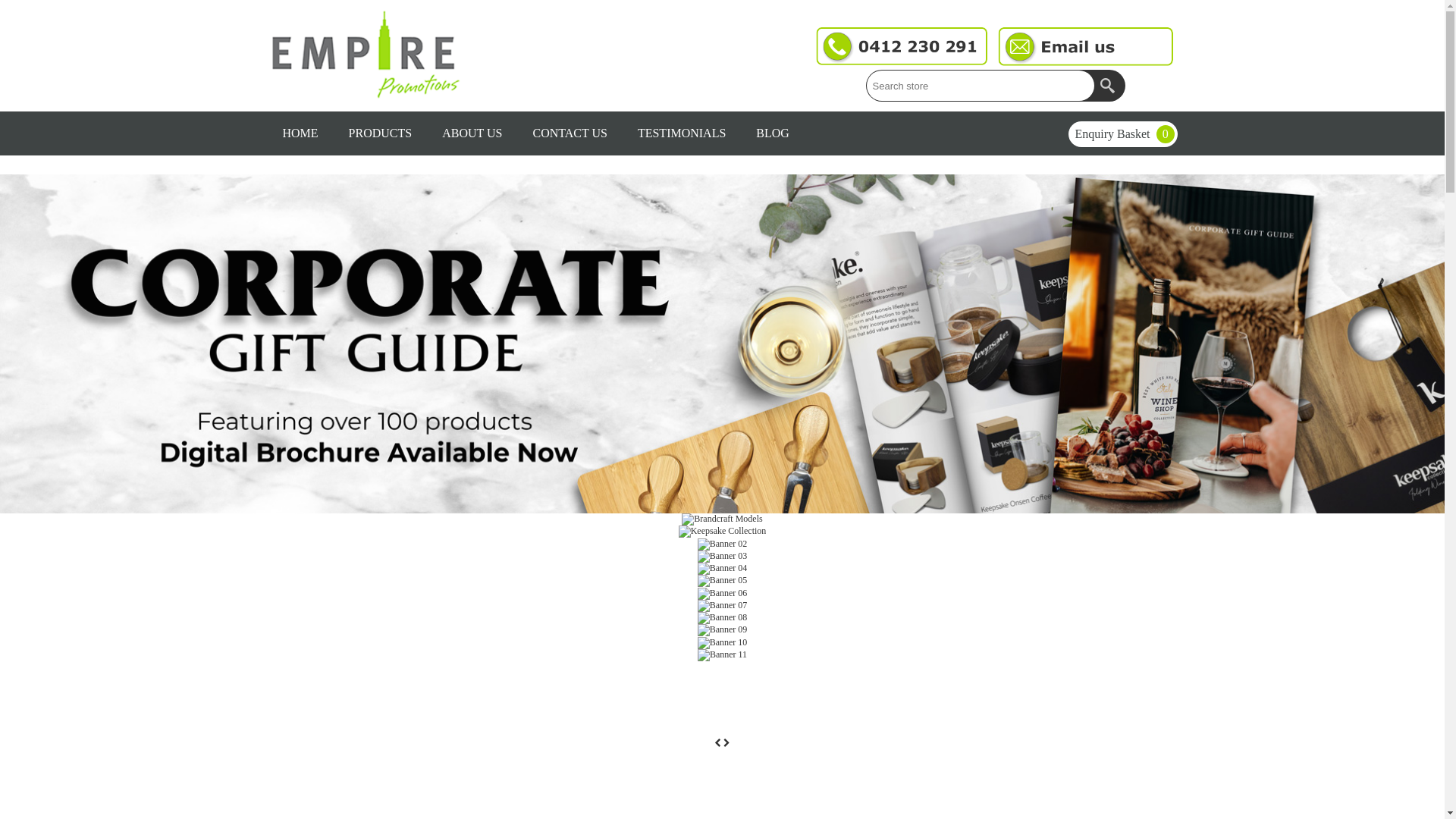  Describe the element at coordinates (471, 133) in the screenshot. I see `'ABOUT US'` at that location.